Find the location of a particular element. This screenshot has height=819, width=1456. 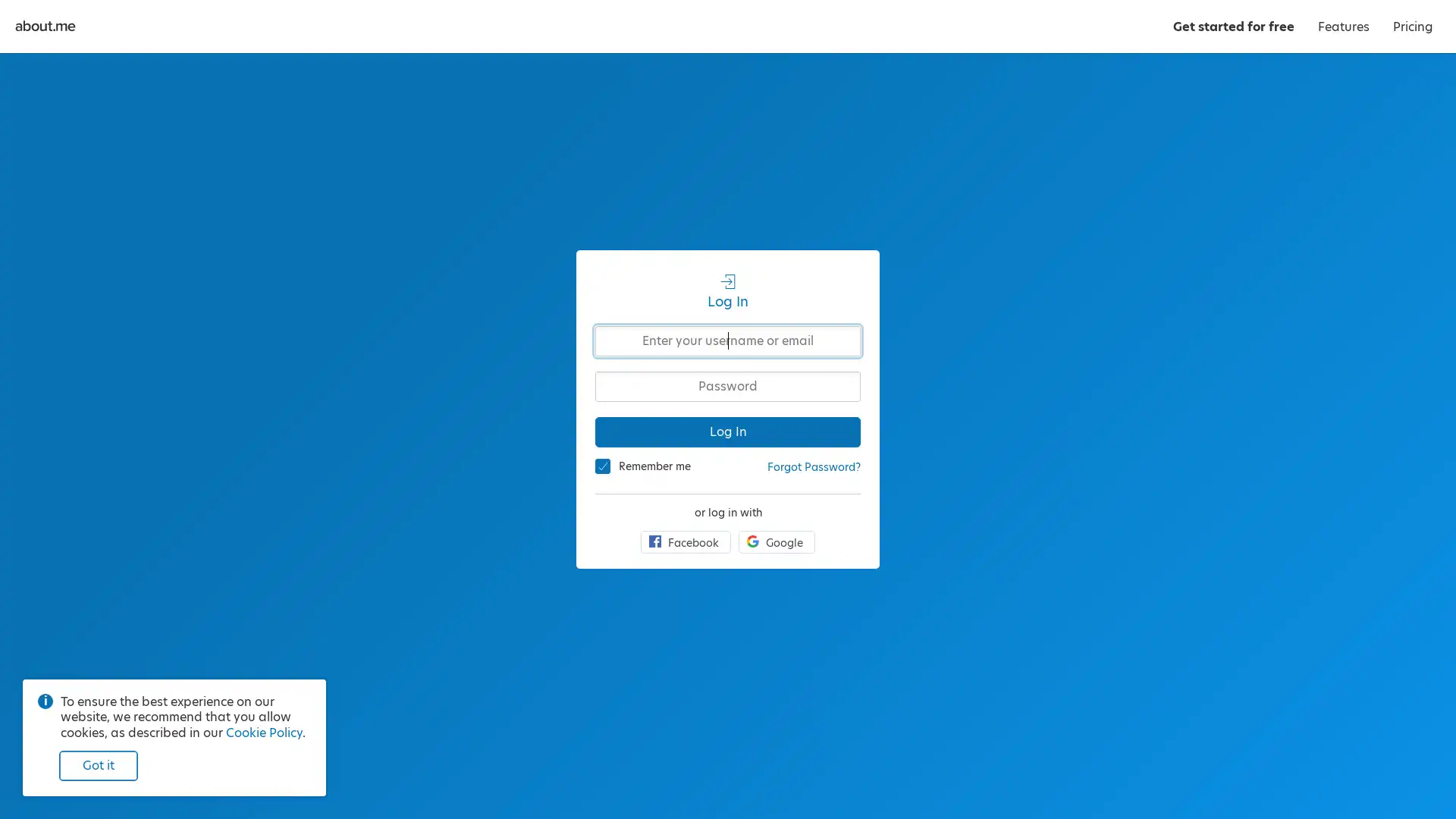

Got it is located at coordinates (97, 766).